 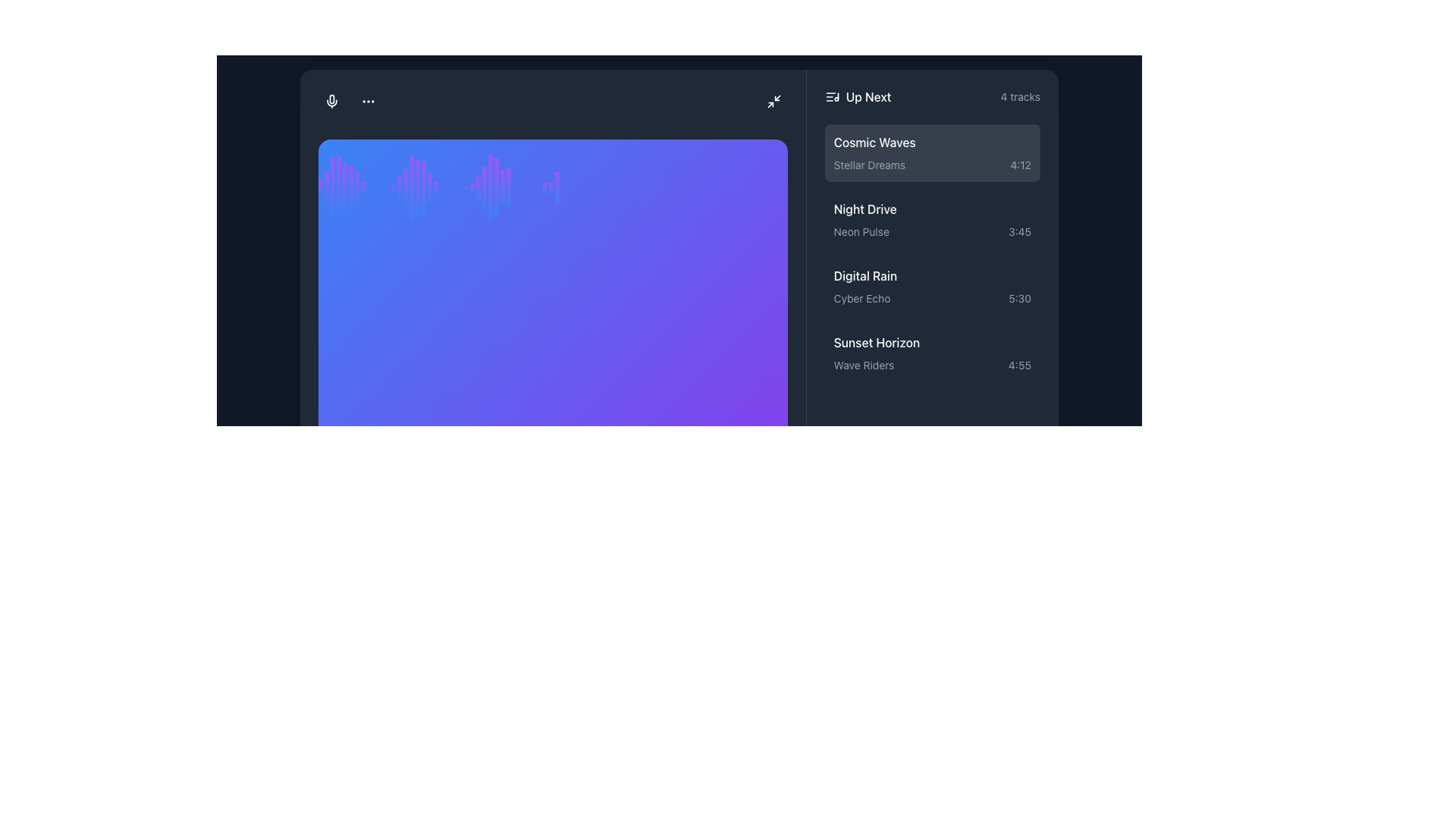 I want to click on the sixteenth waveform bar in the waveform display, which visually represents data amplitude, so click(x=411, y=186).